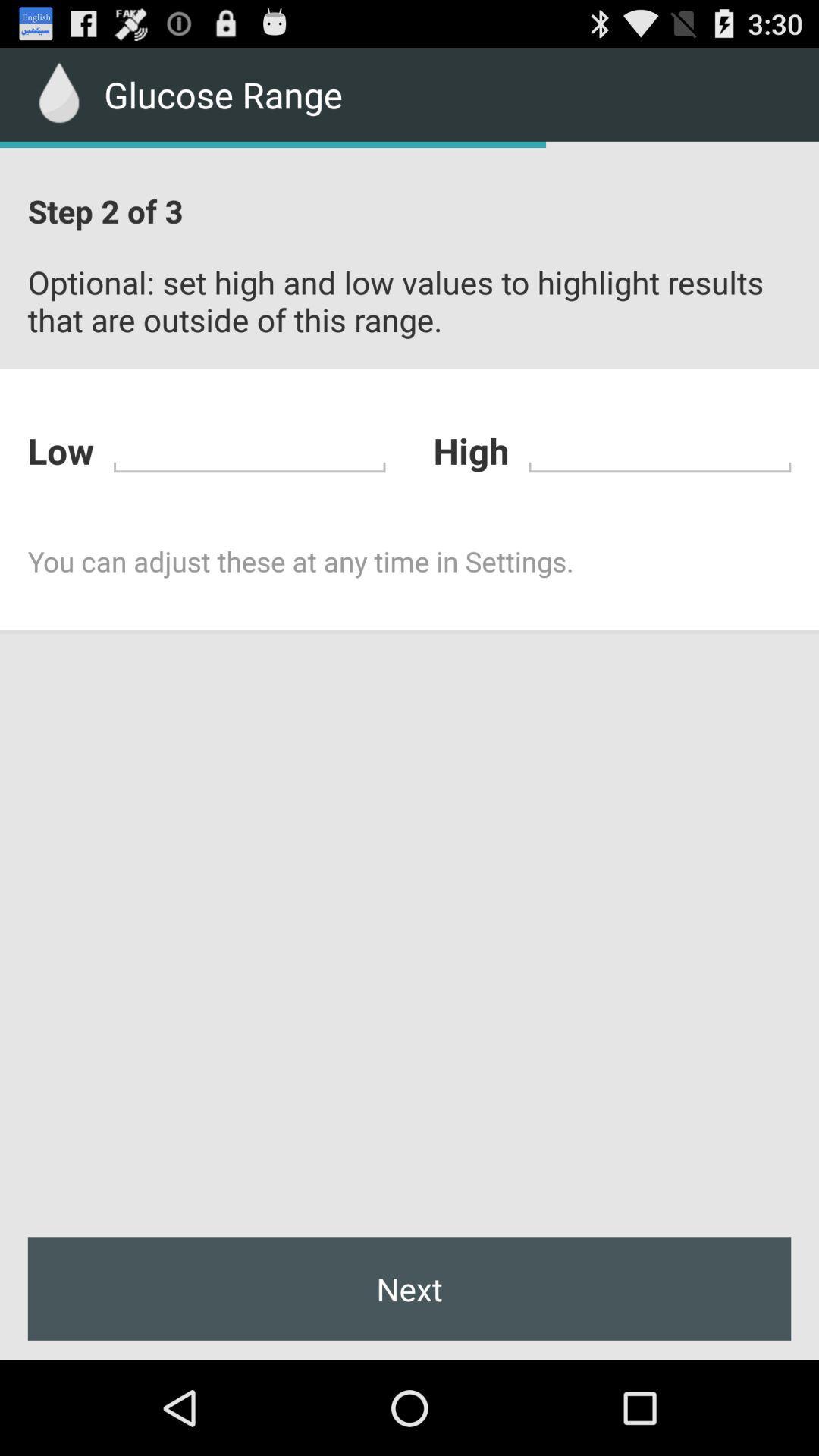 The width and height of the screenshot is (819, 1456). Describe the element at coordinates (659, 447) in the screenshot. I see `input high amount` at that location.